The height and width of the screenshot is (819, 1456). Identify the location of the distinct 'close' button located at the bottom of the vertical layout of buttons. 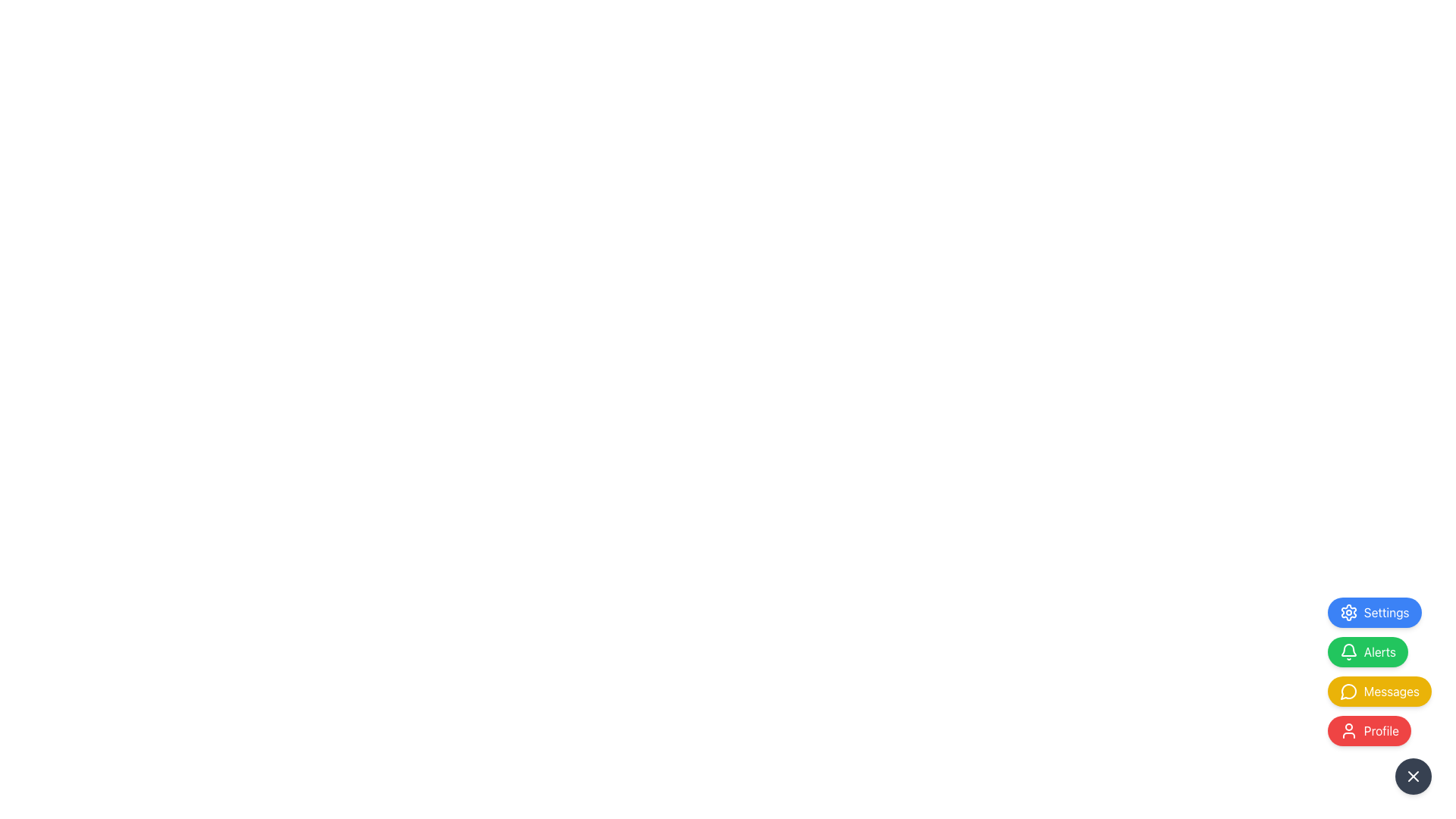
(1412, 776).